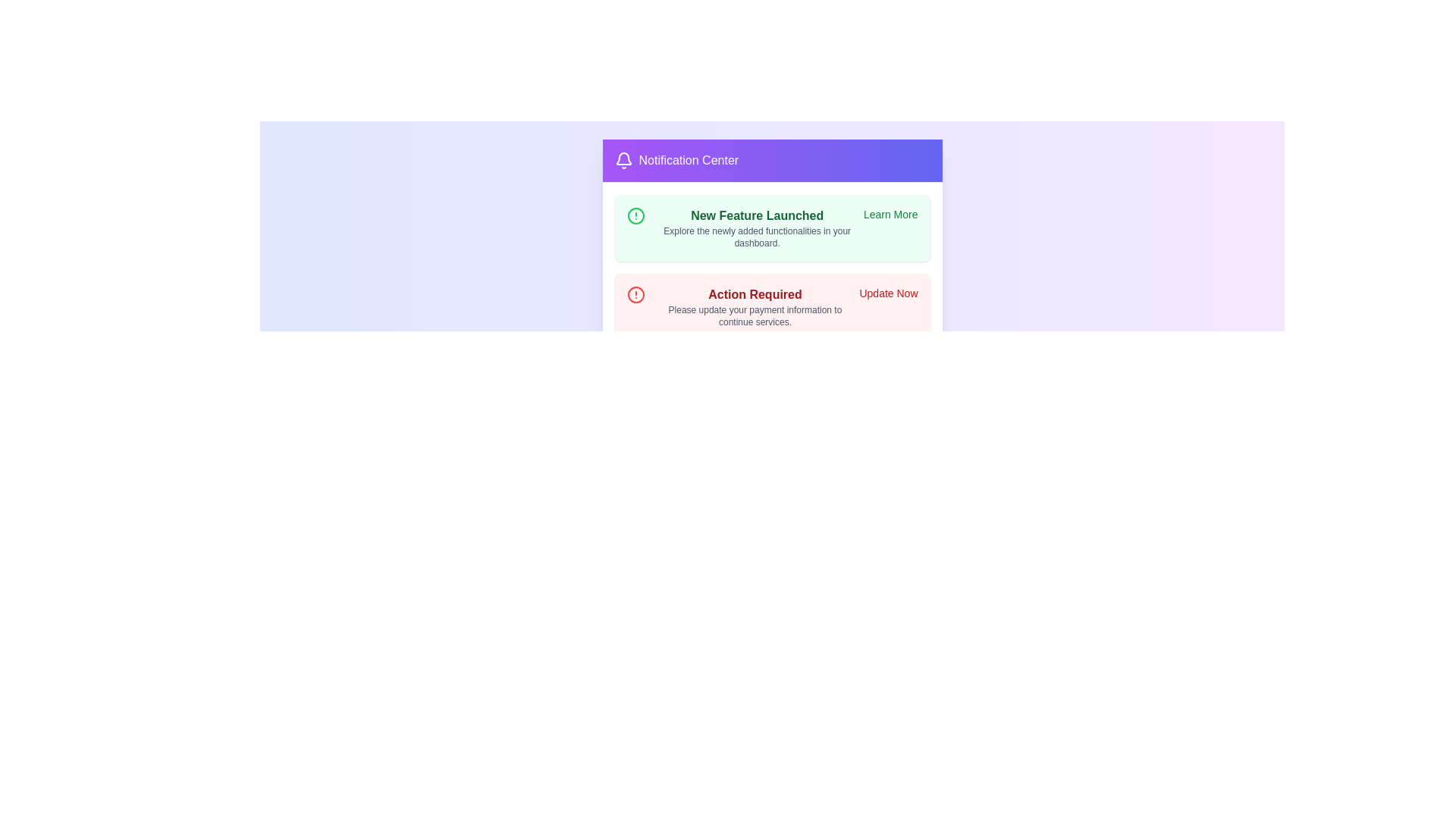 The image size is (1456, 819). What do you see at coordinates (755, 295) in the screenshot?
I see `the bold red text label stating 'Action Required', which is part of a notification block with a red background and an exclamation icon` at bounding box center [755, 295].